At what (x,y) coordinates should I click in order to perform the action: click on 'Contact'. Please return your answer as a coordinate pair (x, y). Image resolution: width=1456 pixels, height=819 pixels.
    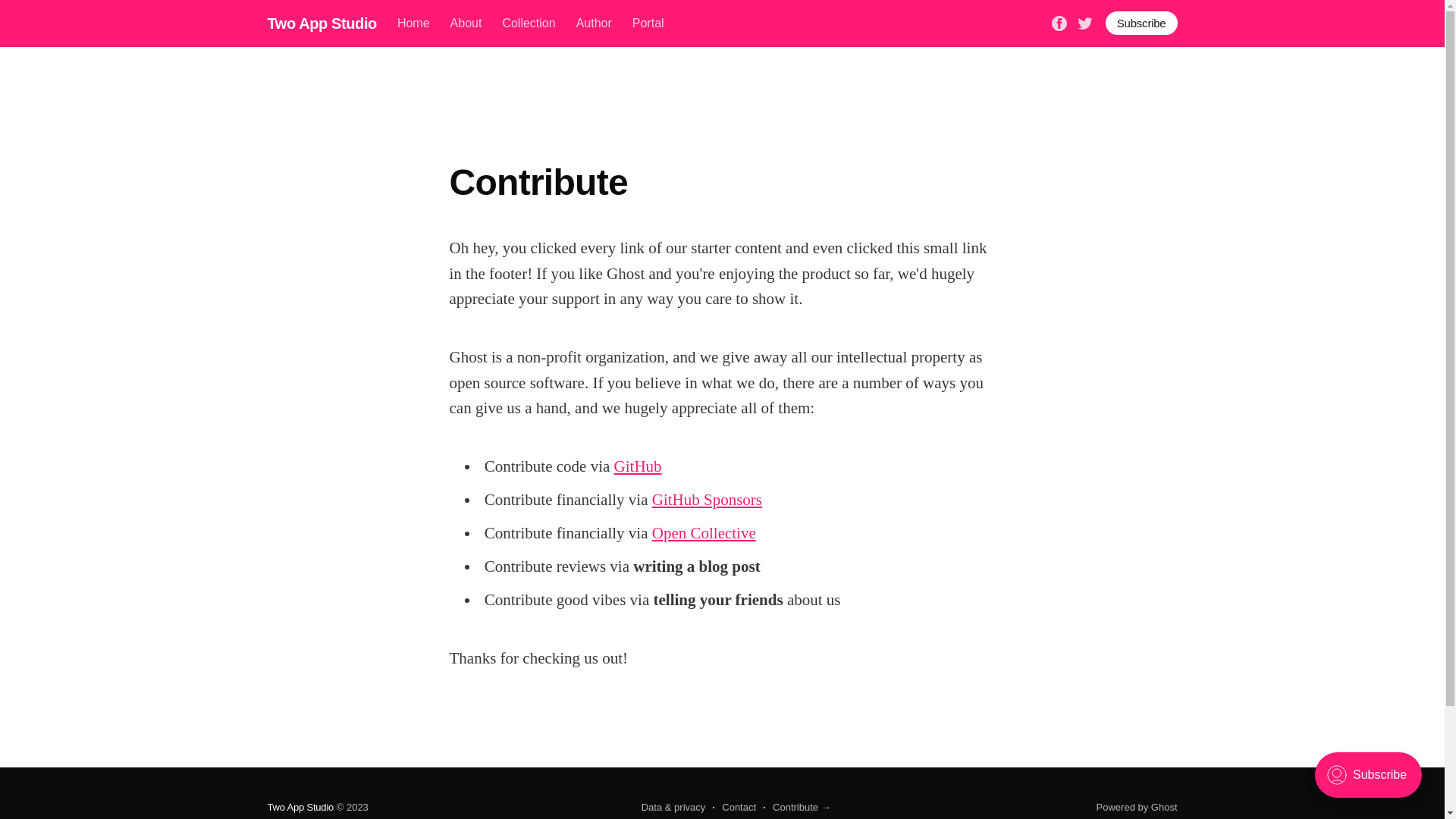
    Looking at the image, I should click on (734, 806).